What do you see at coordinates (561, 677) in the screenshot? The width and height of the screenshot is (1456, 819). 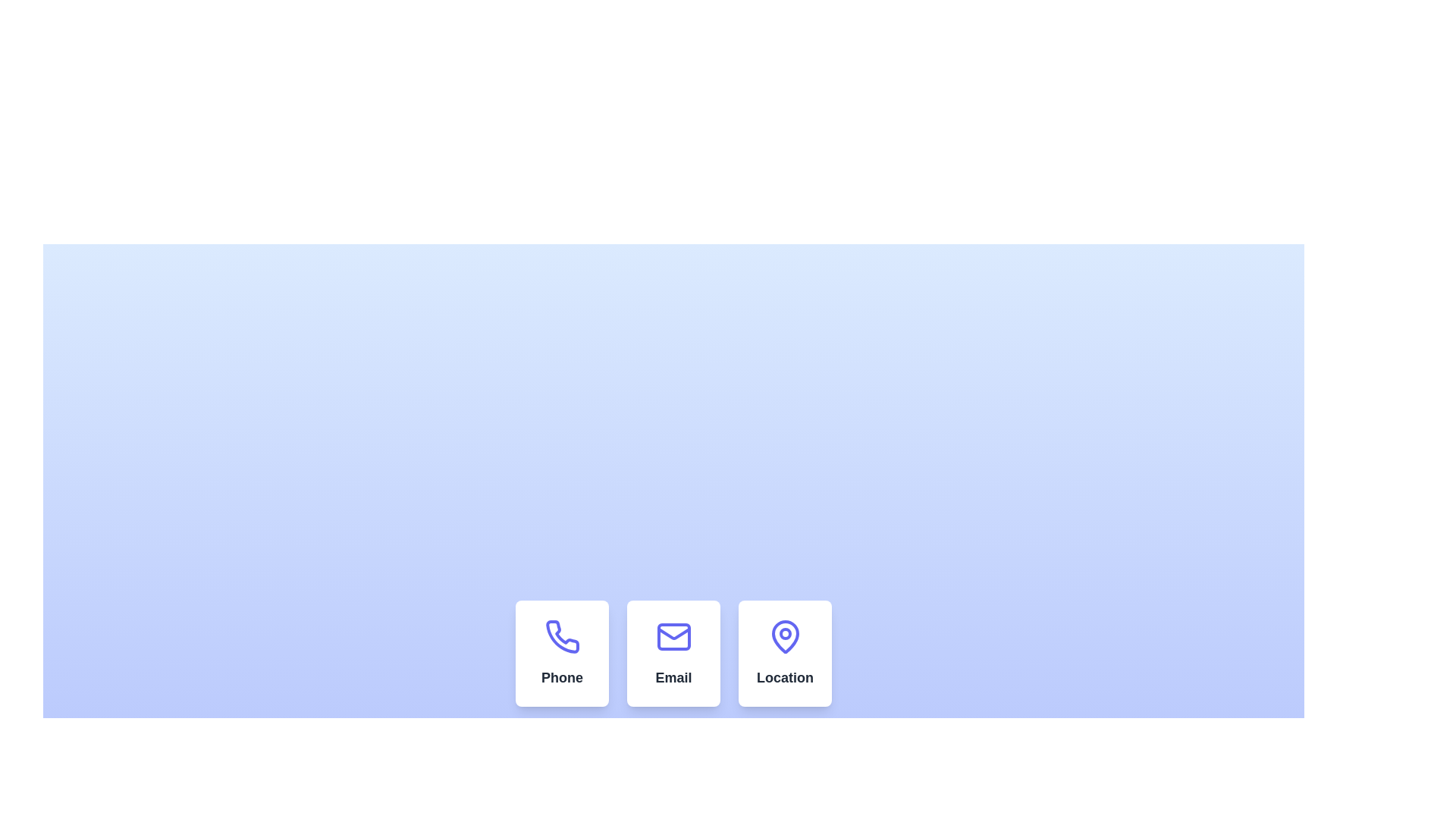 I see `the text label displaying 'Phone' in bold dark gray to trigger tooltip or styling effect` at bounding box center [561, 677].